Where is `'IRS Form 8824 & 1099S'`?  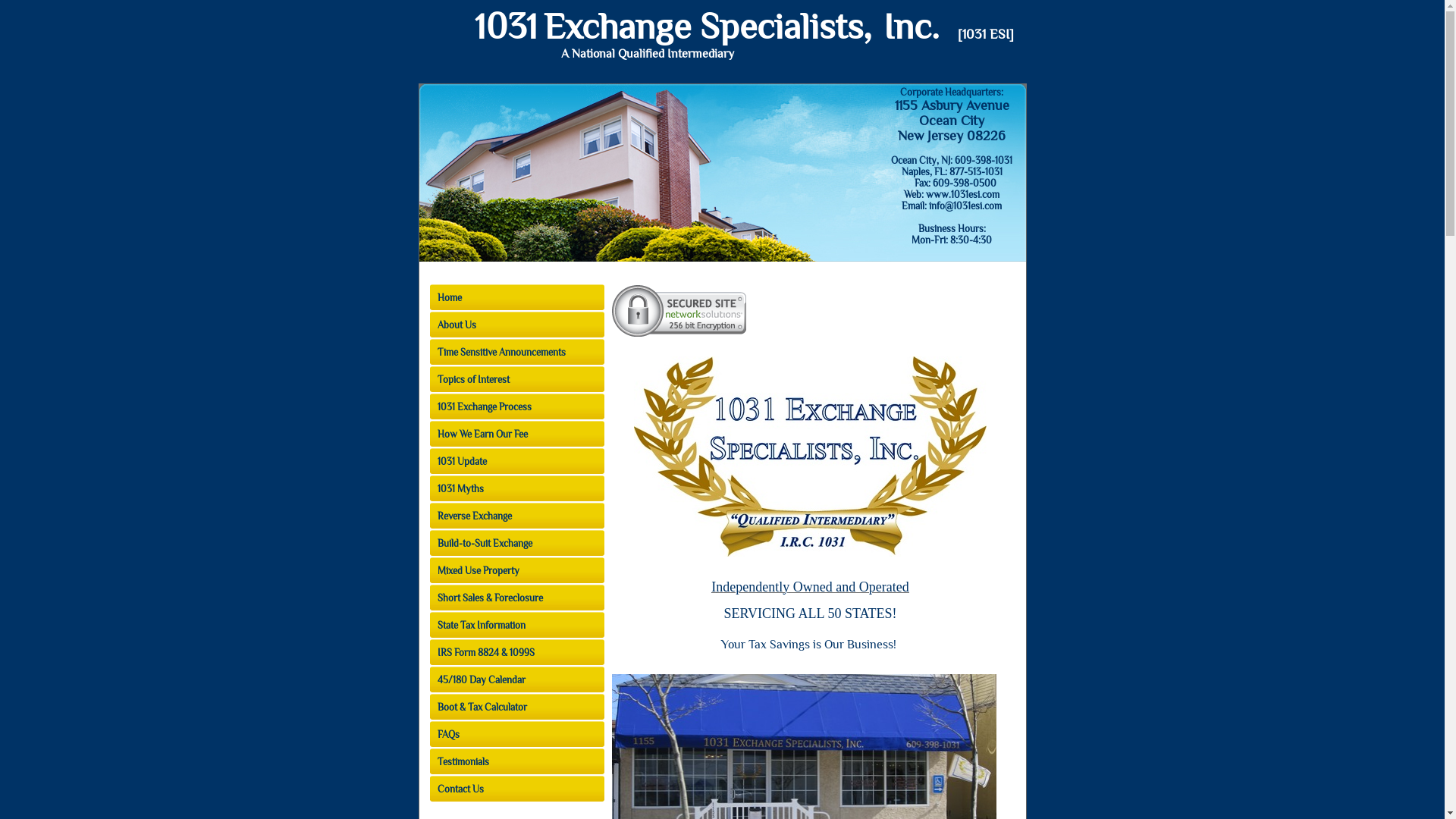 'IRS Form 8824 & 1099S' is located at coordinates (516, 651).